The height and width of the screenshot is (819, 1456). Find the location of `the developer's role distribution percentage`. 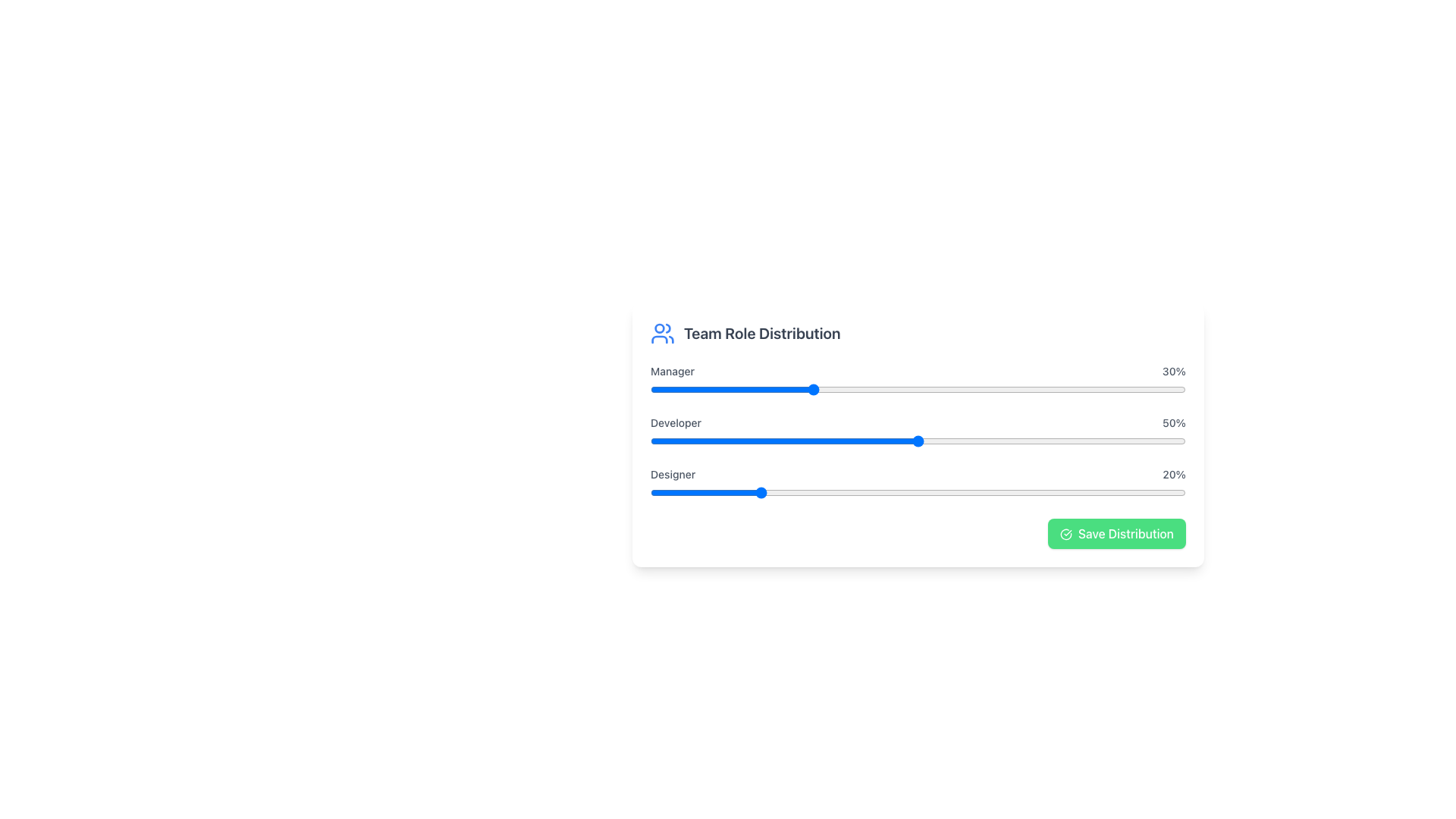

the developer's role distribution percentage is located at coordinates (1088, 441).